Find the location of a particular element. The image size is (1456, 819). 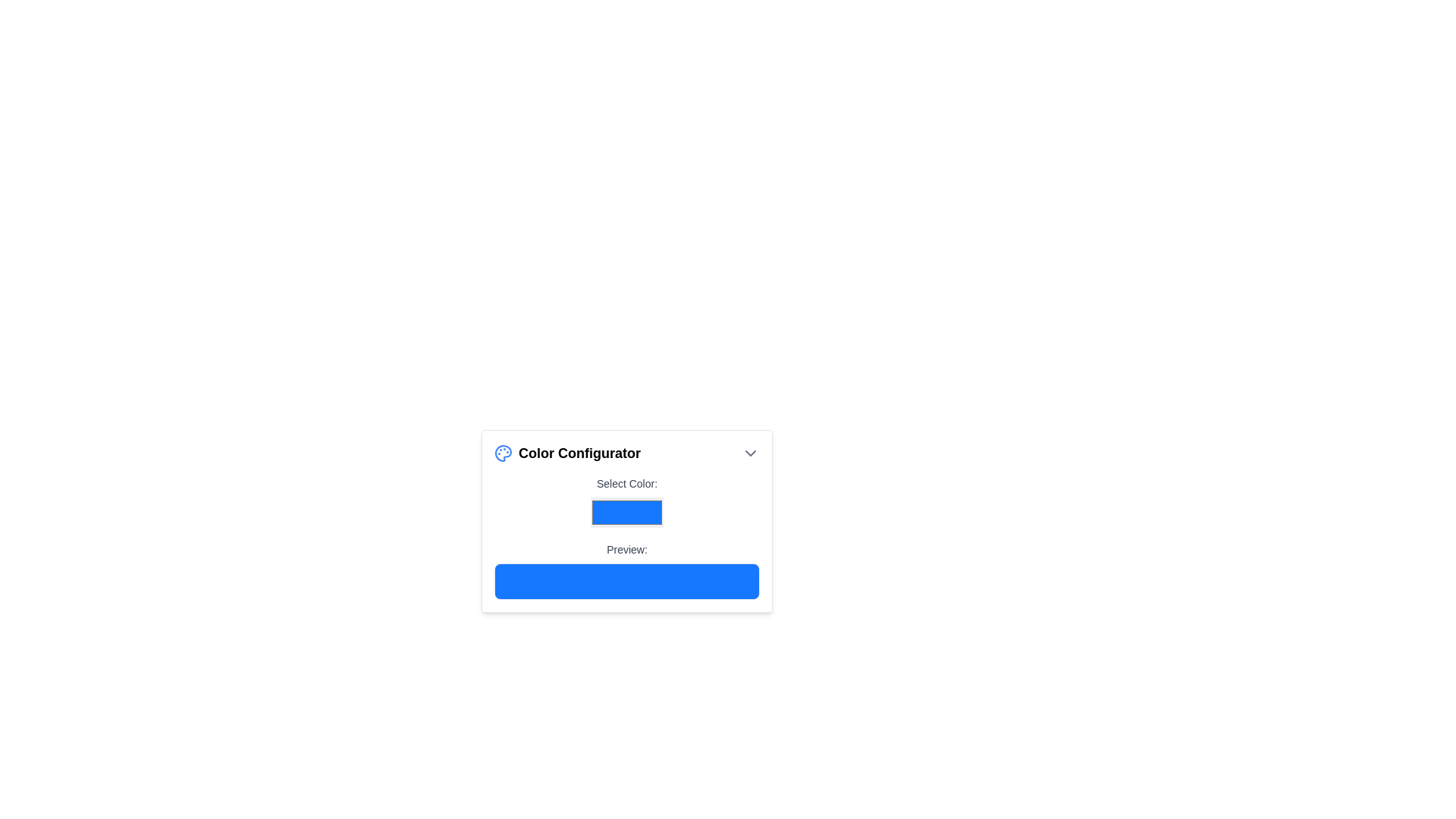

on the Color Picker Input located beneath the 'Select Color:' label is located at coordinates (626, 512).